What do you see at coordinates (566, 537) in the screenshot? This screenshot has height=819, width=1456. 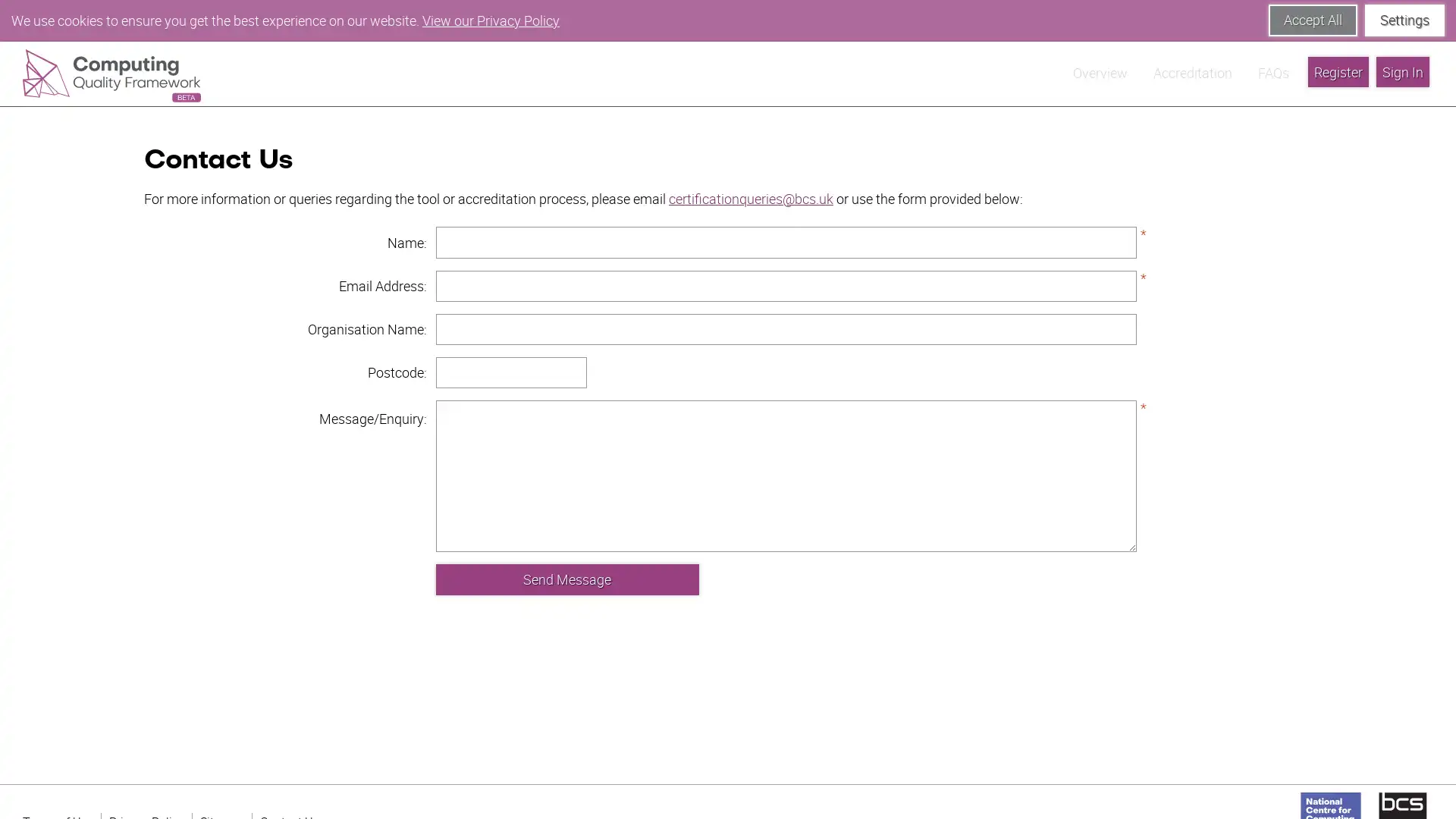 I see `Send Message` at bounding box center [566, 537].